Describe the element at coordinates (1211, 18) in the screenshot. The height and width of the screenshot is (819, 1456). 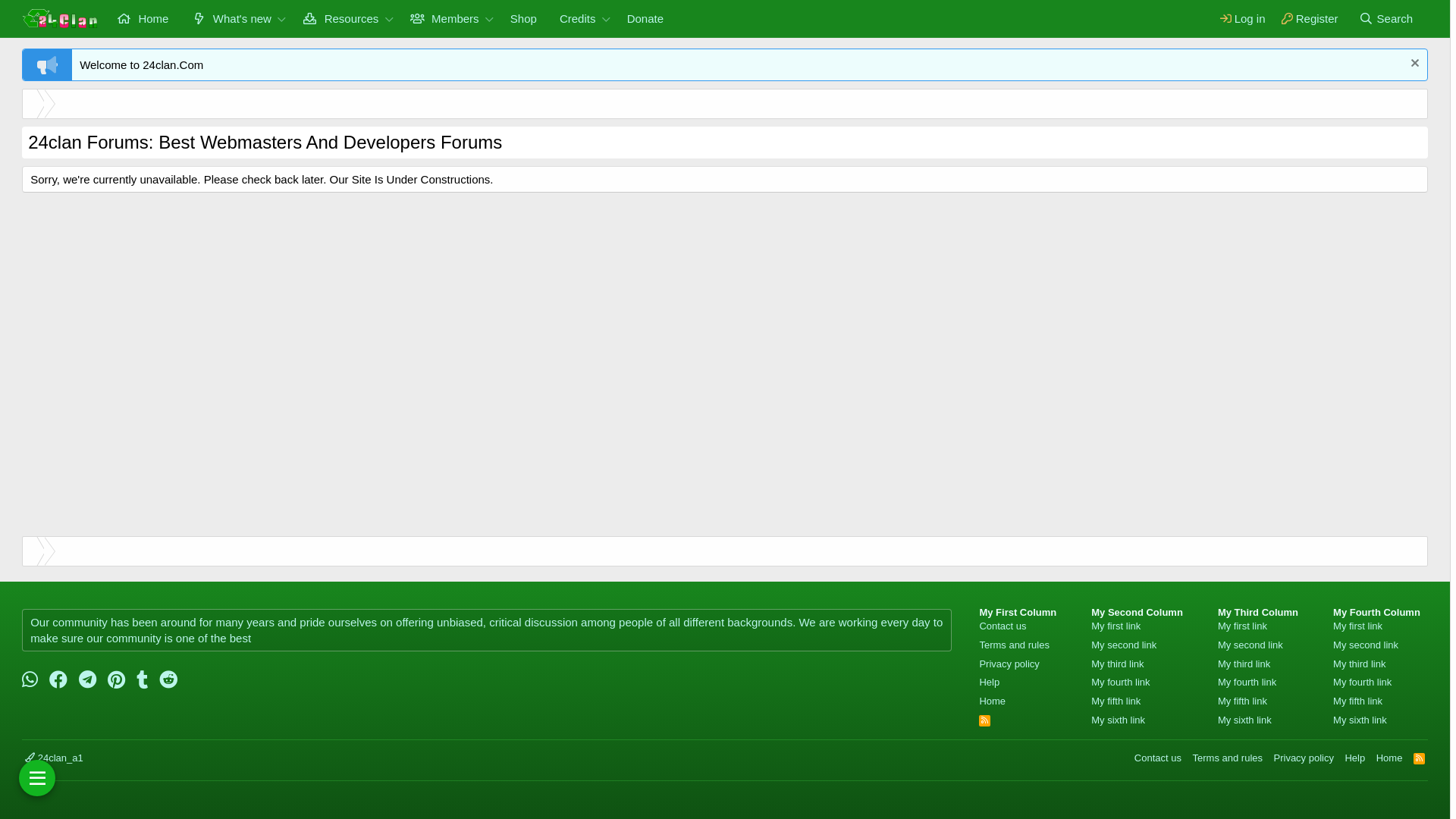
I see `'Log in'` at that location.